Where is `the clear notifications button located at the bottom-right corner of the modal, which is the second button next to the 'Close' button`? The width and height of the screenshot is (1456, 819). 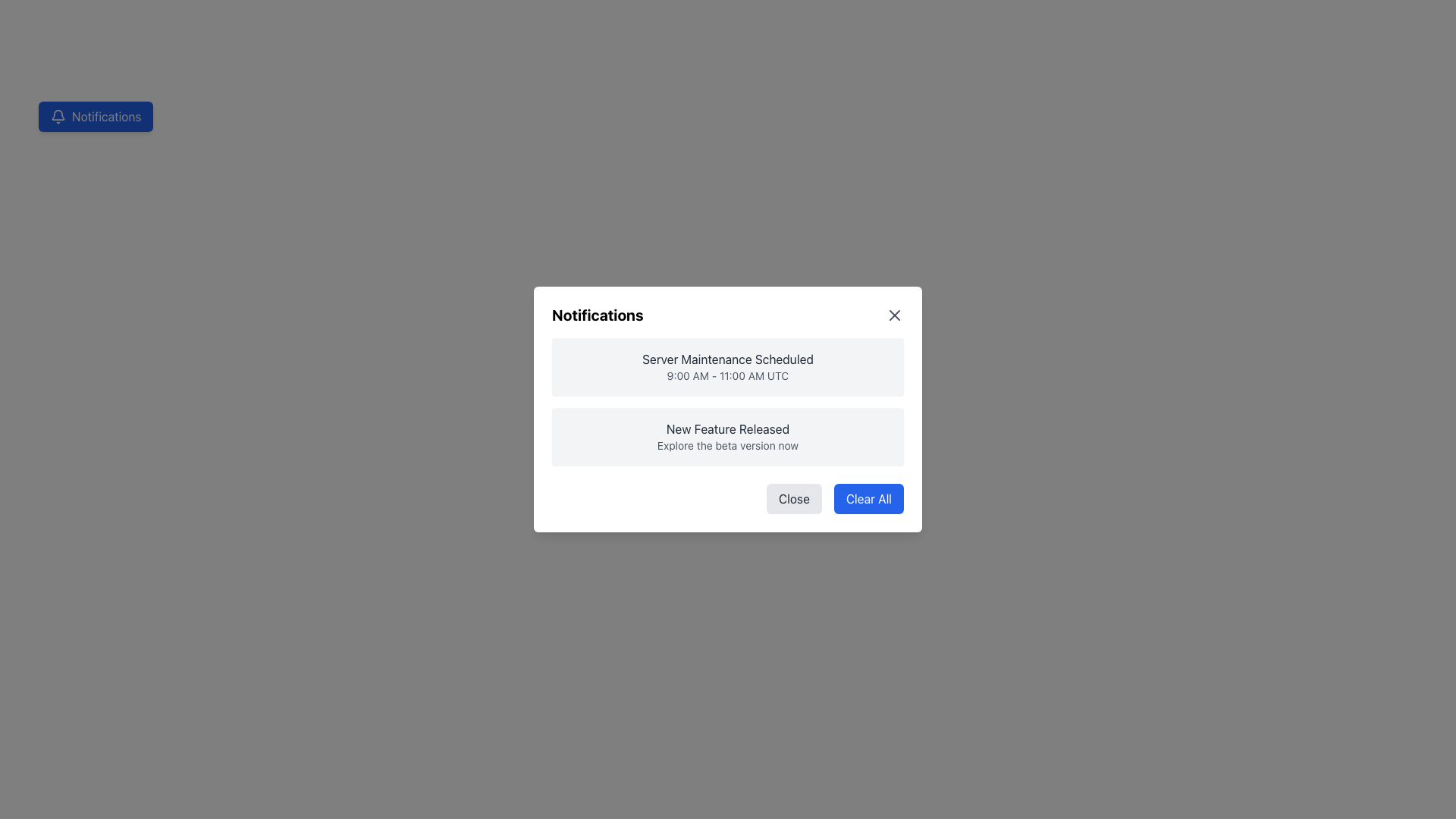 the clear notifications button located at the bottom-right corner of the modal, which is the second button next to the 'Close' button is located at coordinates (868, 499).